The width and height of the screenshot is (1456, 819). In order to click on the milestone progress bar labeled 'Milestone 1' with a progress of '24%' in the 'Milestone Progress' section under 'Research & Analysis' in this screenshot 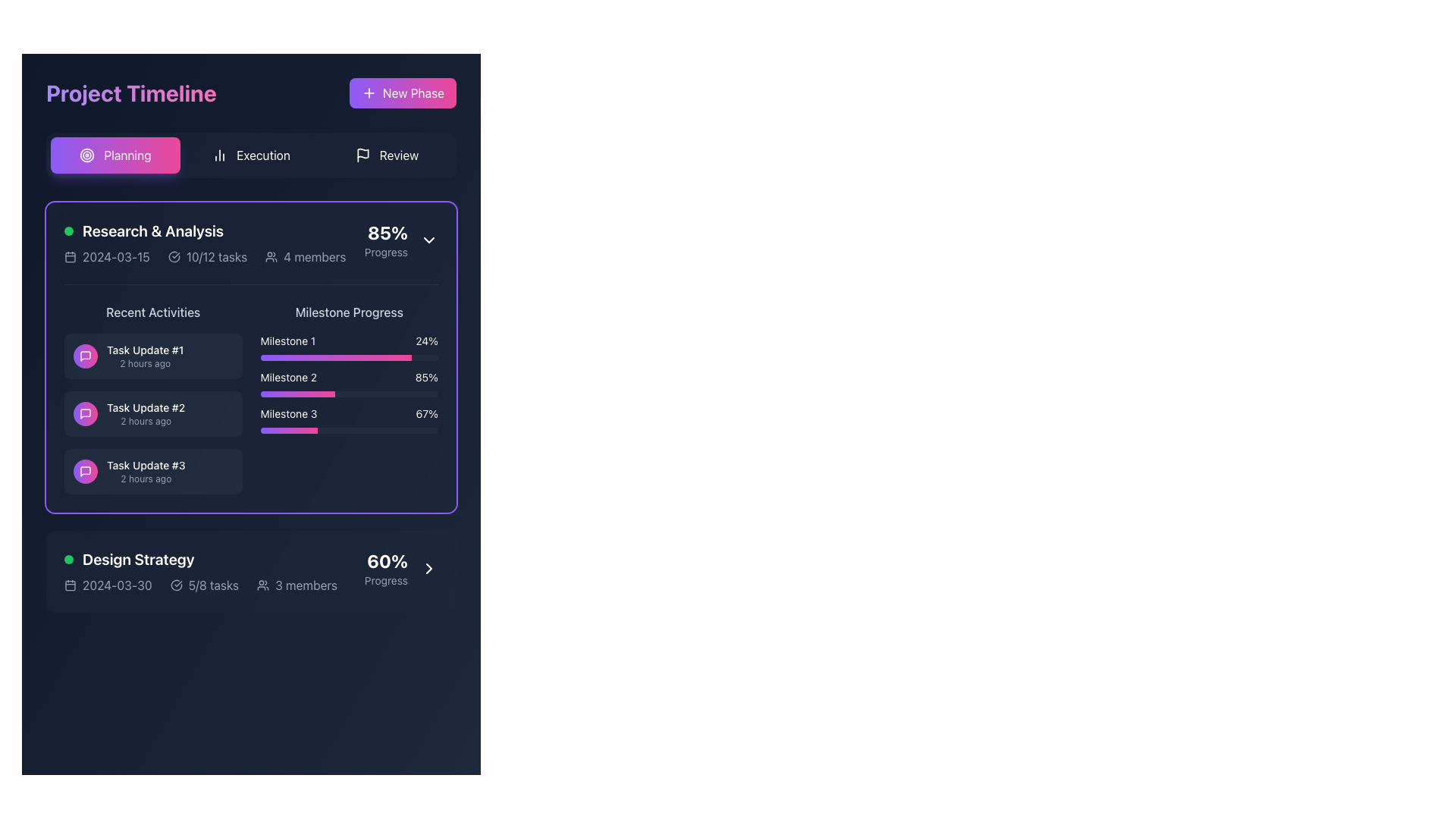, I will do `click(348, 347)`.